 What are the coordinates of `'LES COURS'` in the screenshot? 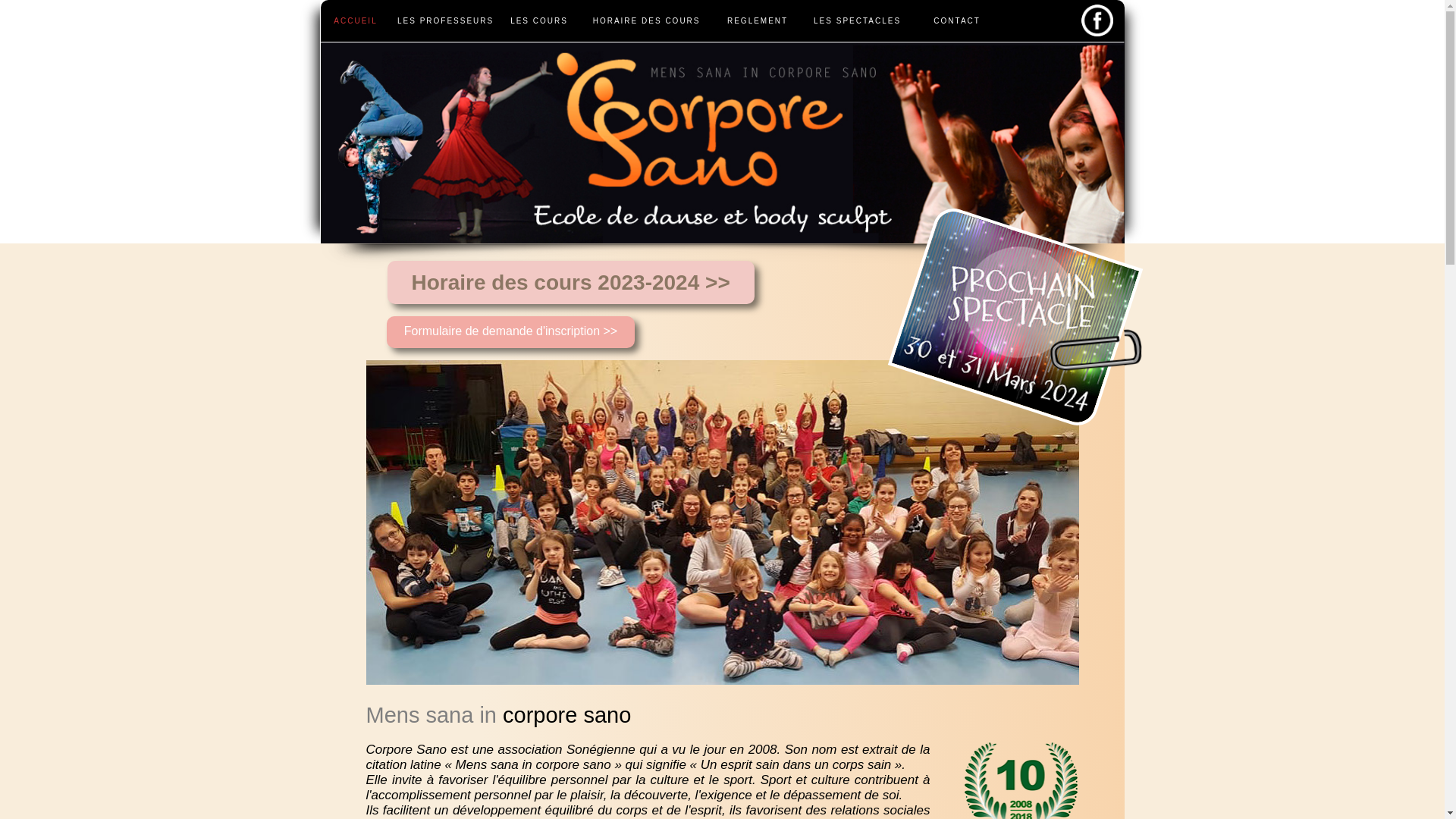 It's located at (539, 20).